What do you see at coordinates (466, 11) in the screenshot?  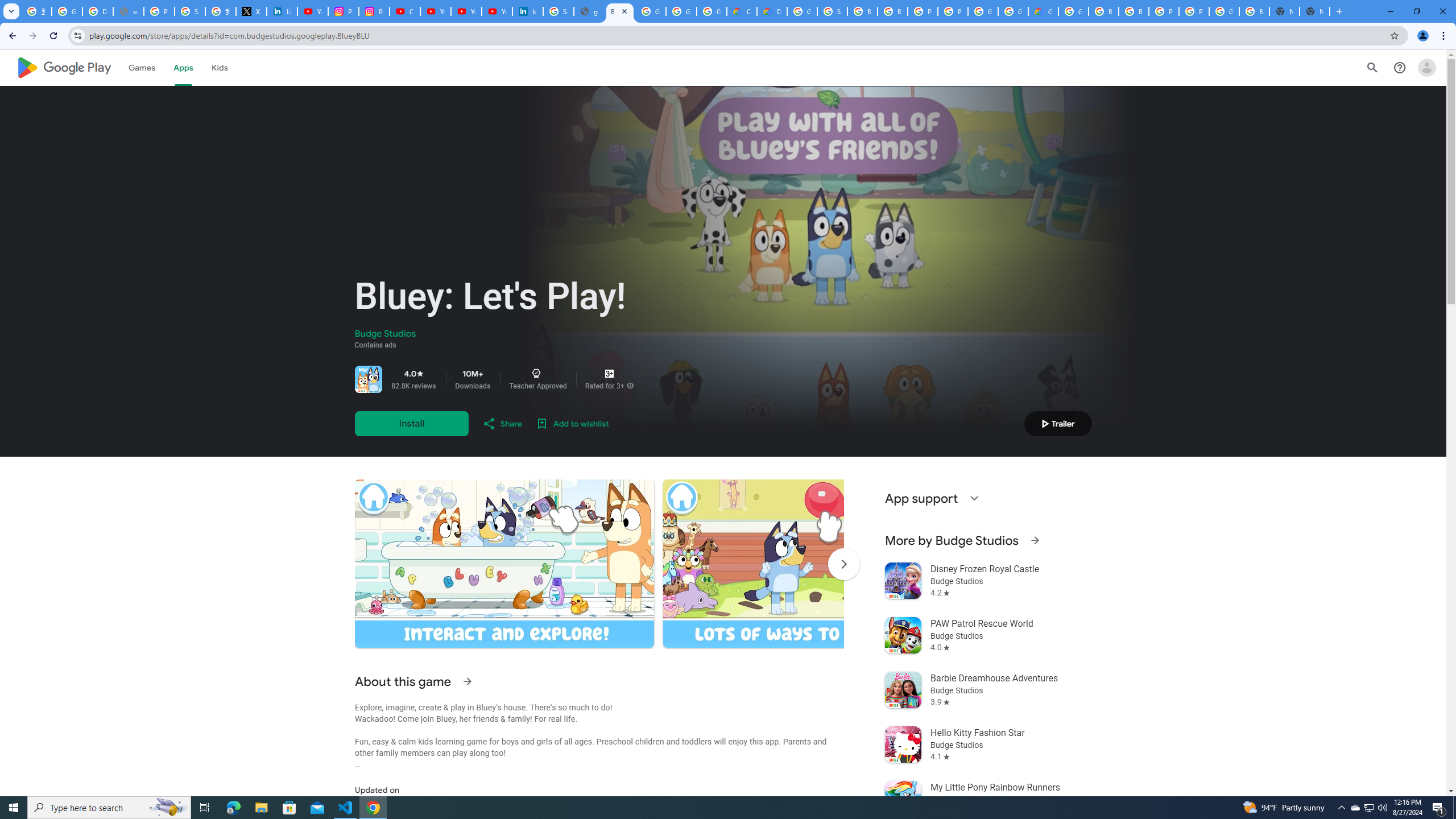 I see `'YouTube Culture & Trends - YouTube Top 10, 2021'` at bounding box center [466, 11].